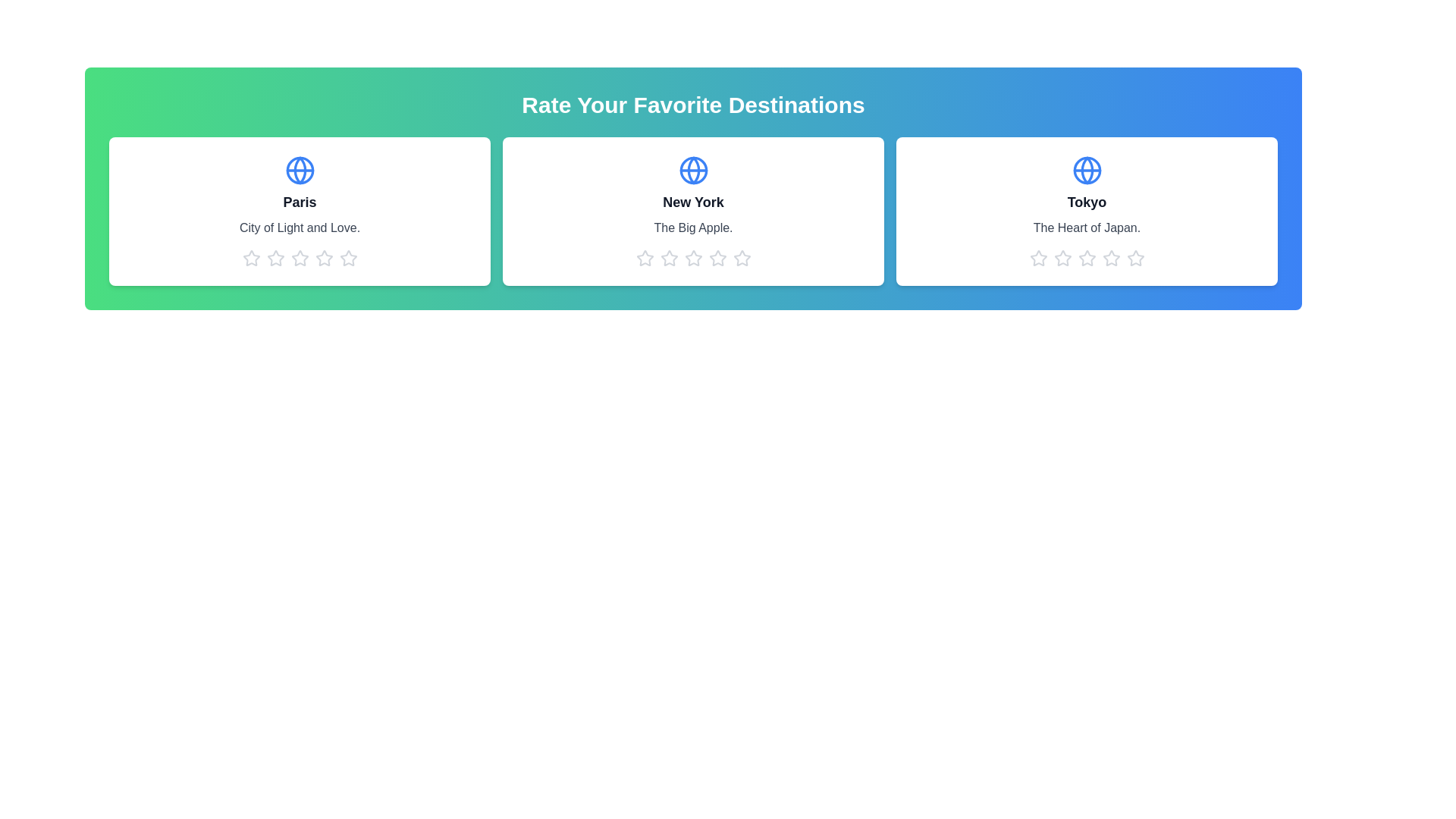 The width and height of the screenshot is (1456, 819). What do you see at coordinates (323, 257) in the screenshot?
I see `the 4 star icon for the destination Paris` at bounding box center [323, 257].